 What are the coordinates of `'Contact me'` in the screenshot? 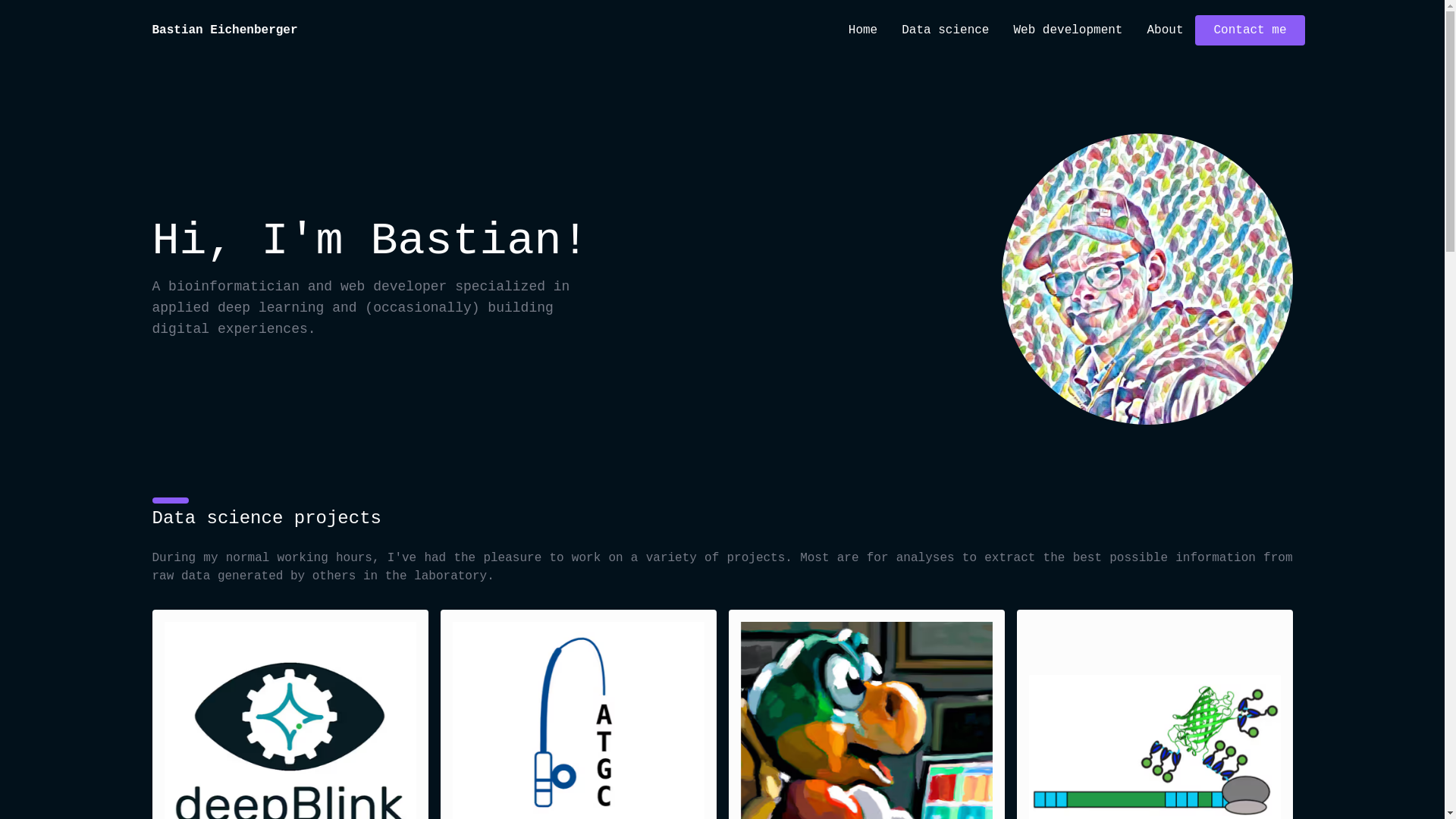 It's located at (1249, 30).